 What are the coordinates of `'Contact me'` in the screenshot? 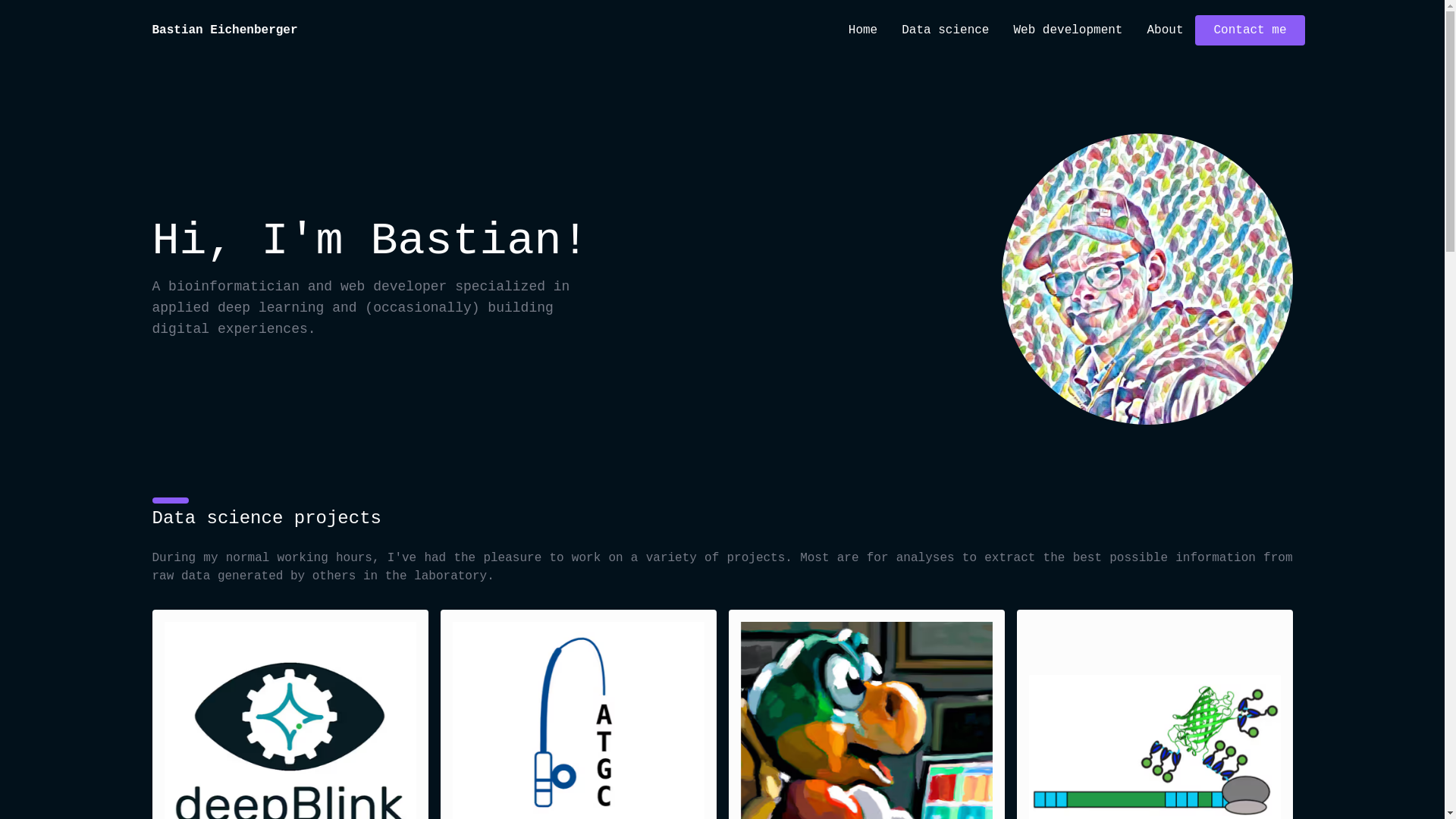 It's located at (1249, 30).